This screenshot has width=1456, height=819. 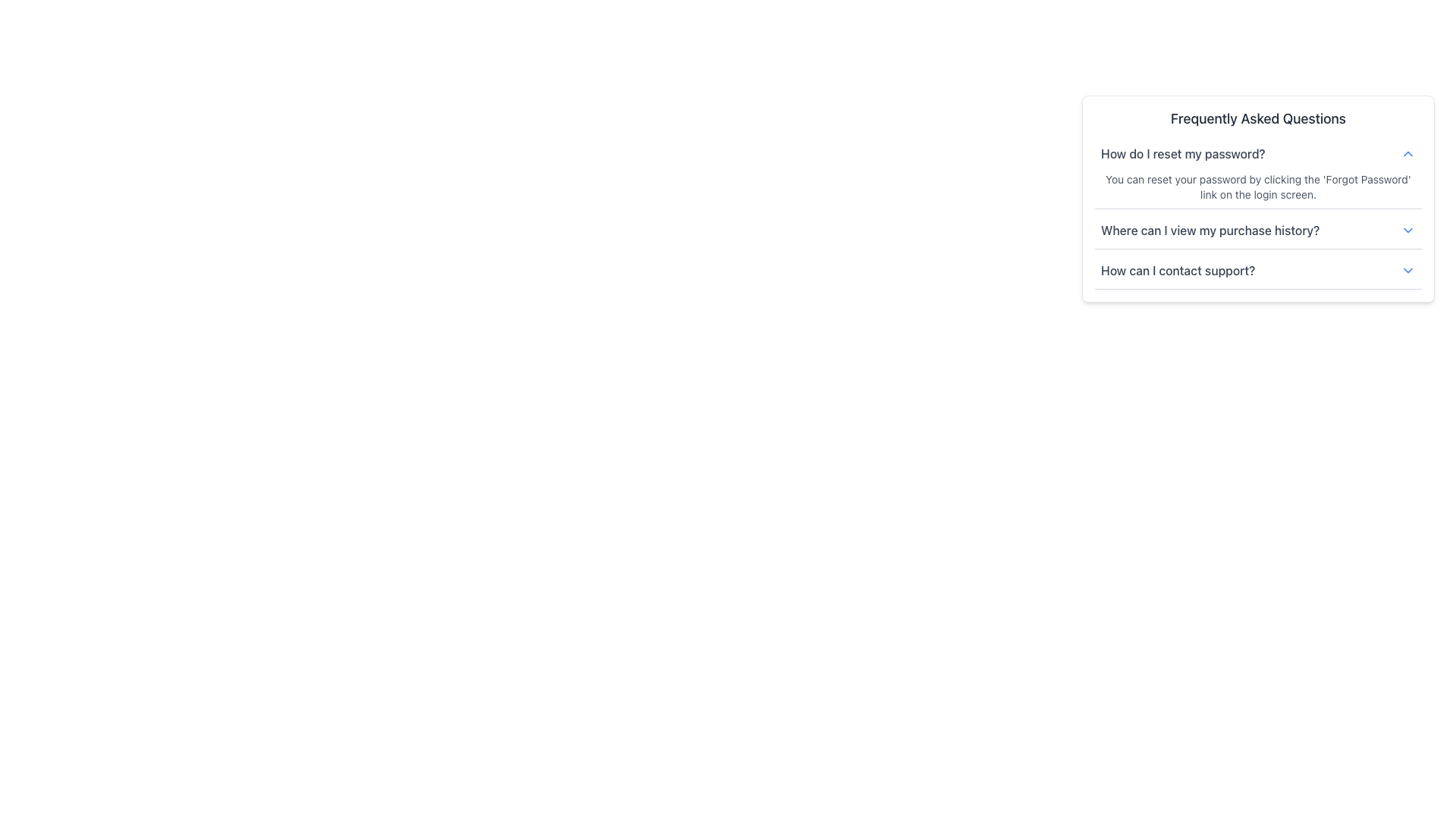 I want to click on the blue chevron-shaped icon located to the right of the text 'Where can I view my purchase history?', so click(x=1407, y=231).